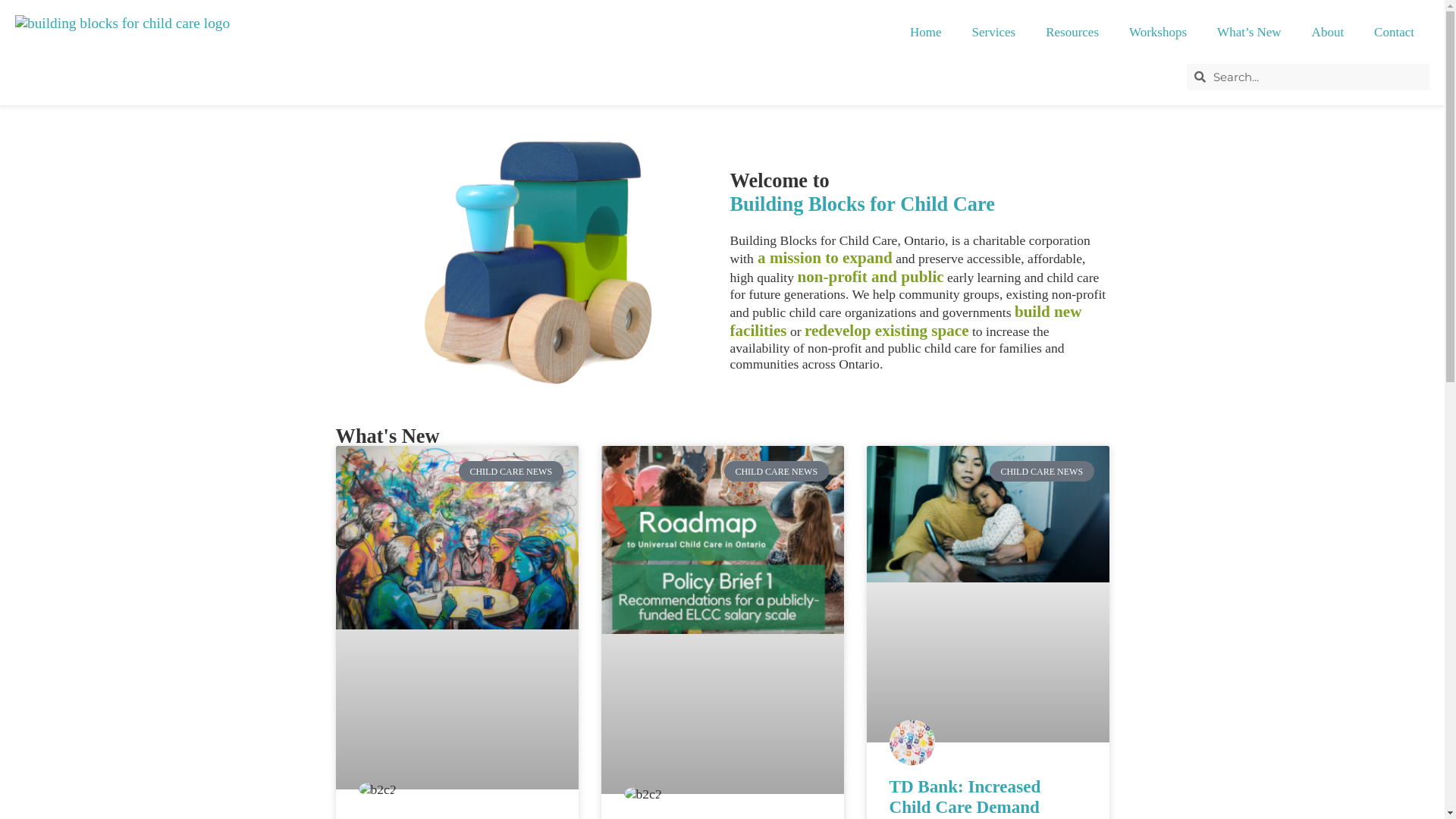 The width and height of the screenshot is (1456, 819). What do you see at coordinates (1327, 32) in the screenshot?
I see `'About'` at bounding box center [1327, 32].